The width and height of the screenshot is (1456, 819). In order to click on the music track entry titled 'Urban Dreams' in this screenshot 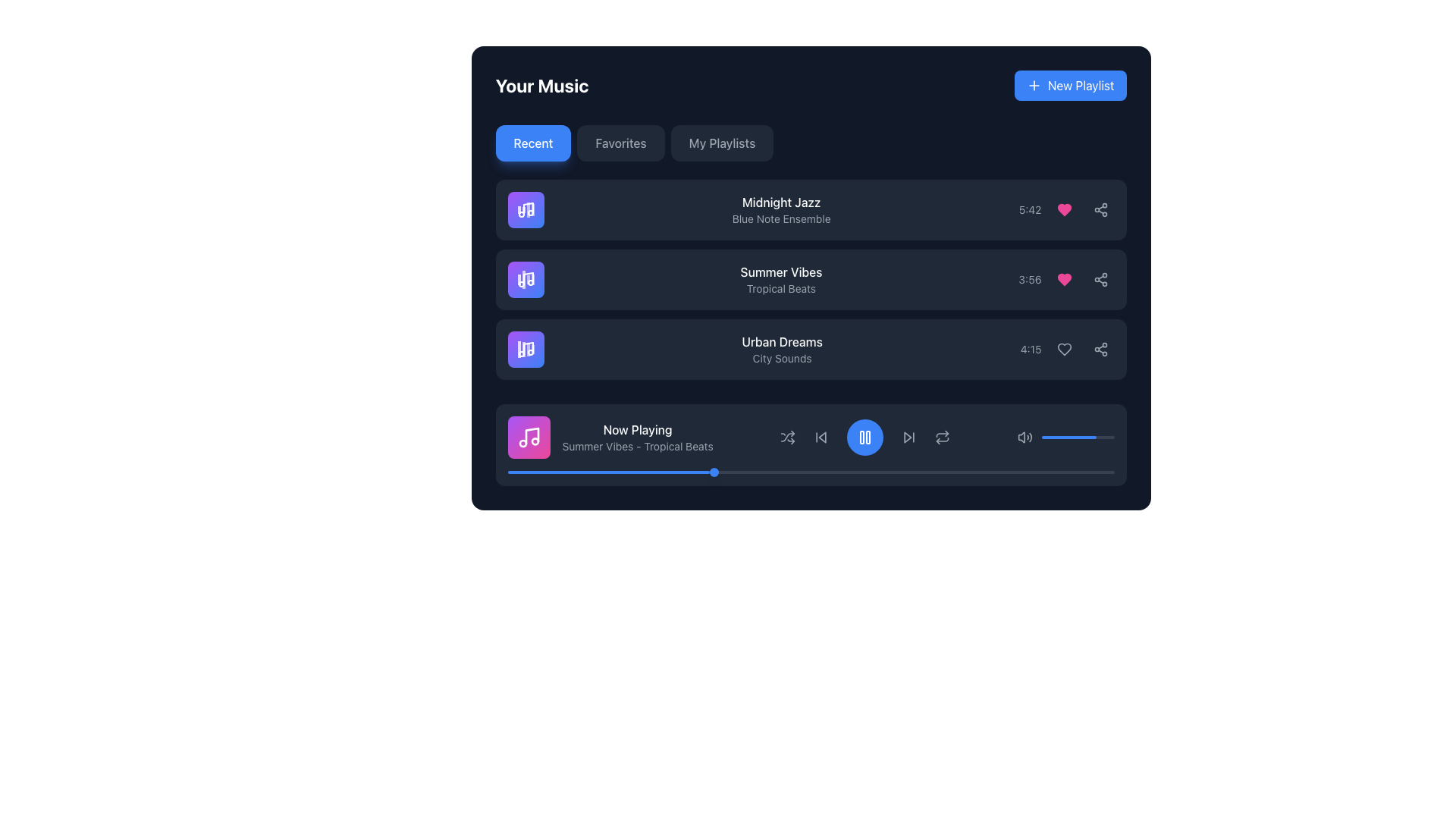, I will do `click(810, 350)`.